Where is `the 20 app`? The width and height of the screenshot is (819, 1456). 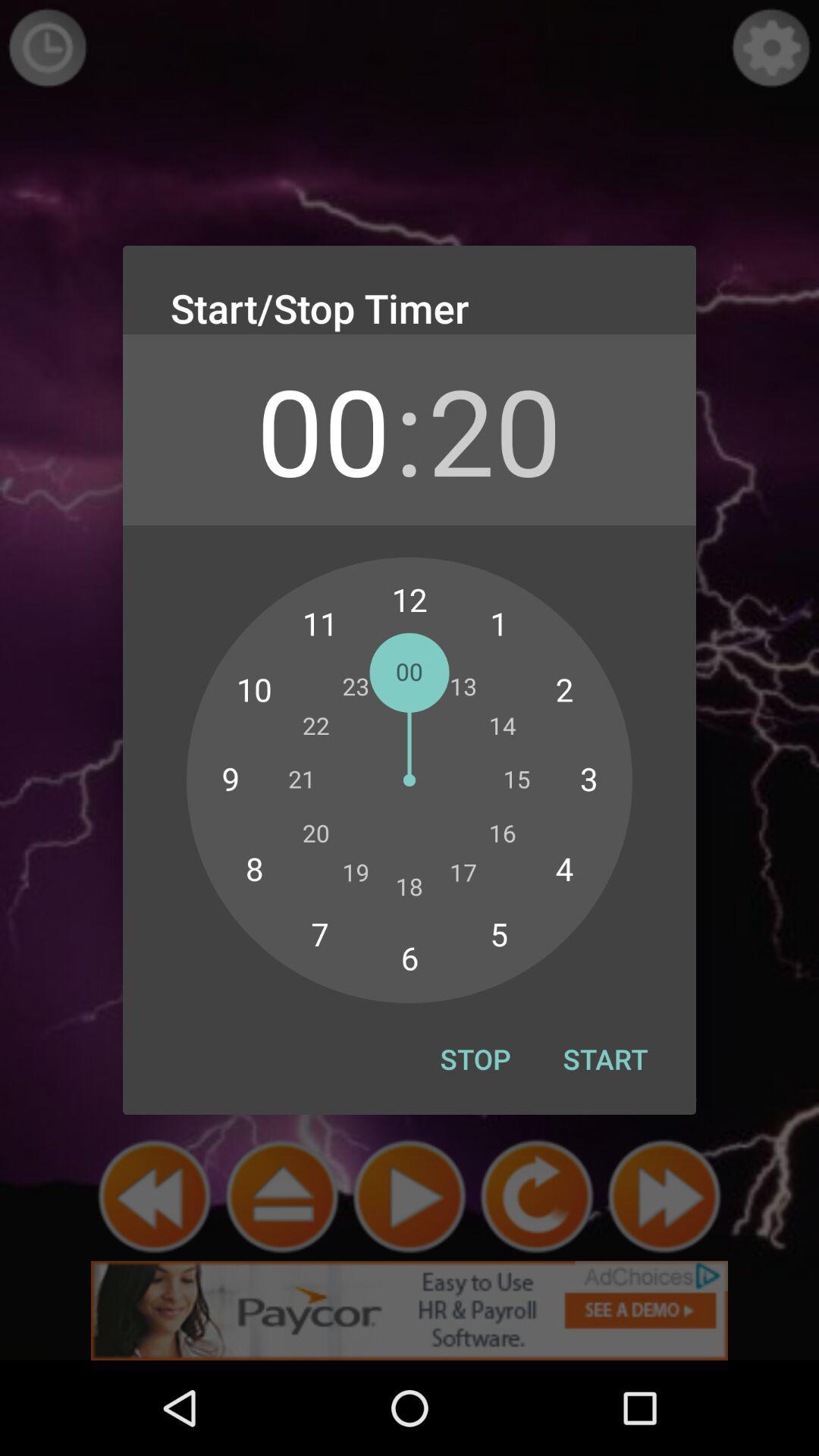 the 20 app is located at coordinates (494, 428).